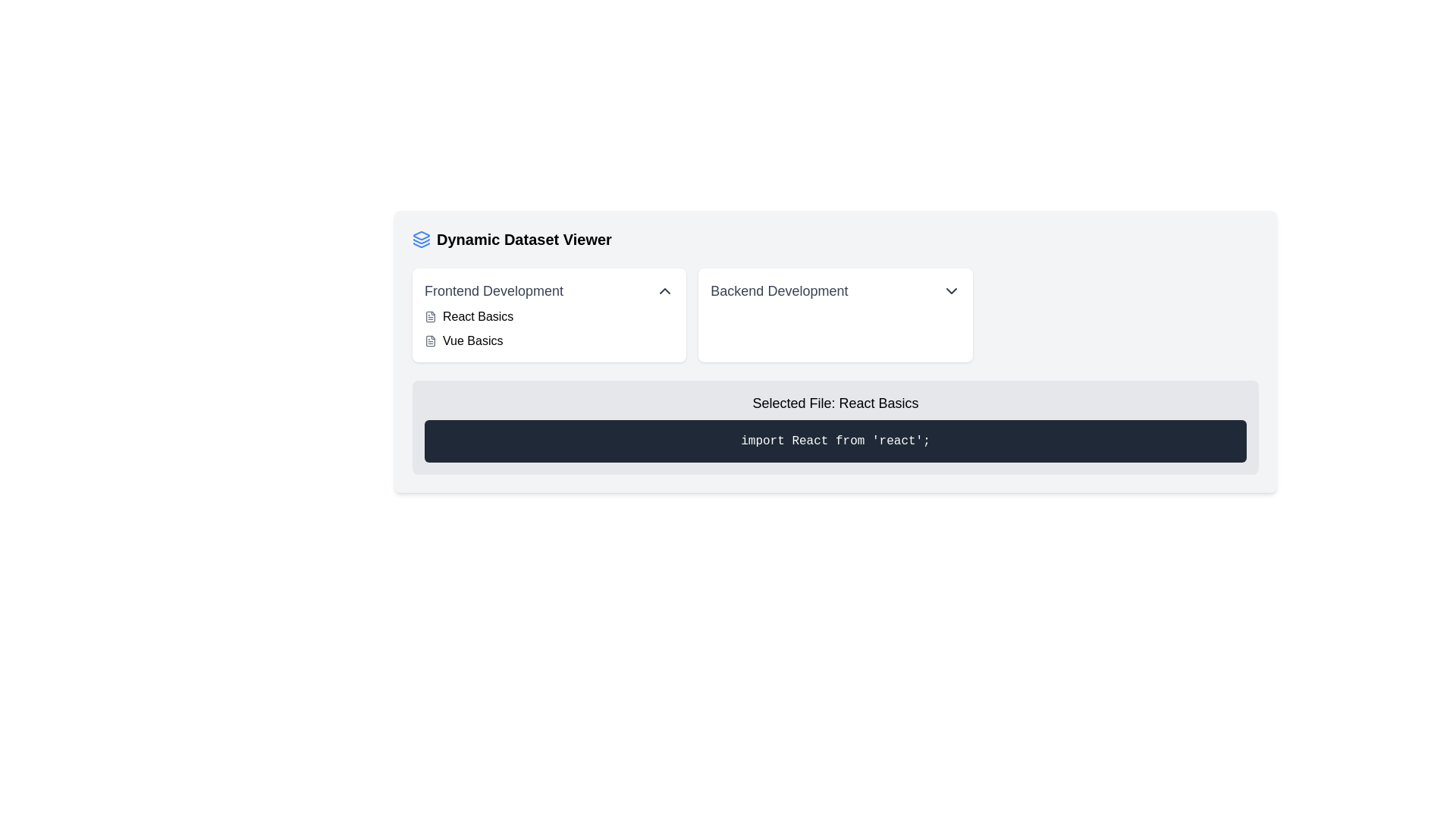 The width and height of the screenshot is (1456, 819). Describe the element at coordinates (422, 240) in the screenshot. I see `the middle layer of the three-layered SVG icon resembling stacked sheets with curved edges, located on the left side of the header` at that location.